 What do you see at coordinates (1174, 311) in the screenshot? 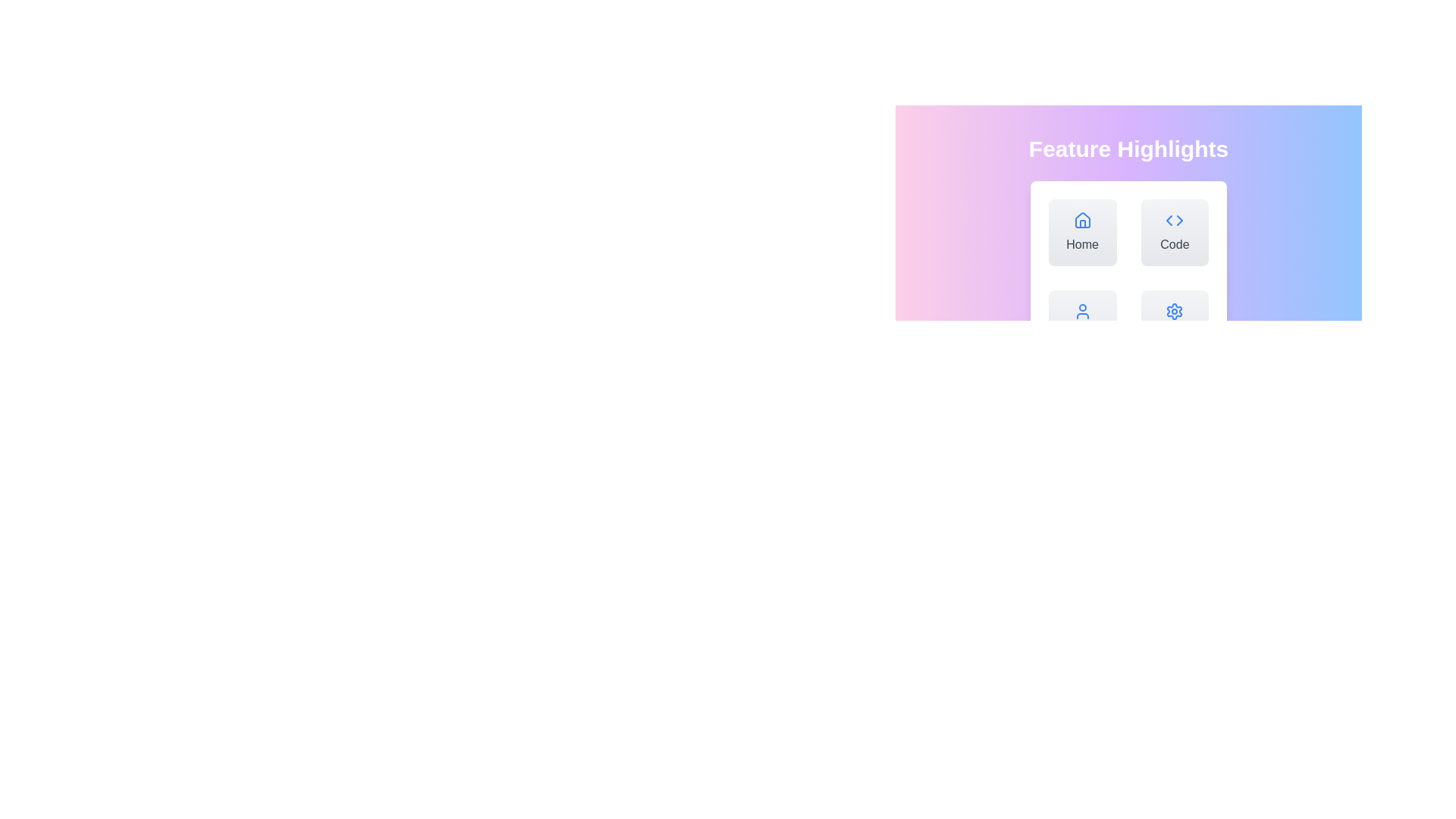
I see `the blue gear icon representing settings, which is located at the bottom-right of a grid under 'Feature Highlights'` at bounding box center [1174, 311].